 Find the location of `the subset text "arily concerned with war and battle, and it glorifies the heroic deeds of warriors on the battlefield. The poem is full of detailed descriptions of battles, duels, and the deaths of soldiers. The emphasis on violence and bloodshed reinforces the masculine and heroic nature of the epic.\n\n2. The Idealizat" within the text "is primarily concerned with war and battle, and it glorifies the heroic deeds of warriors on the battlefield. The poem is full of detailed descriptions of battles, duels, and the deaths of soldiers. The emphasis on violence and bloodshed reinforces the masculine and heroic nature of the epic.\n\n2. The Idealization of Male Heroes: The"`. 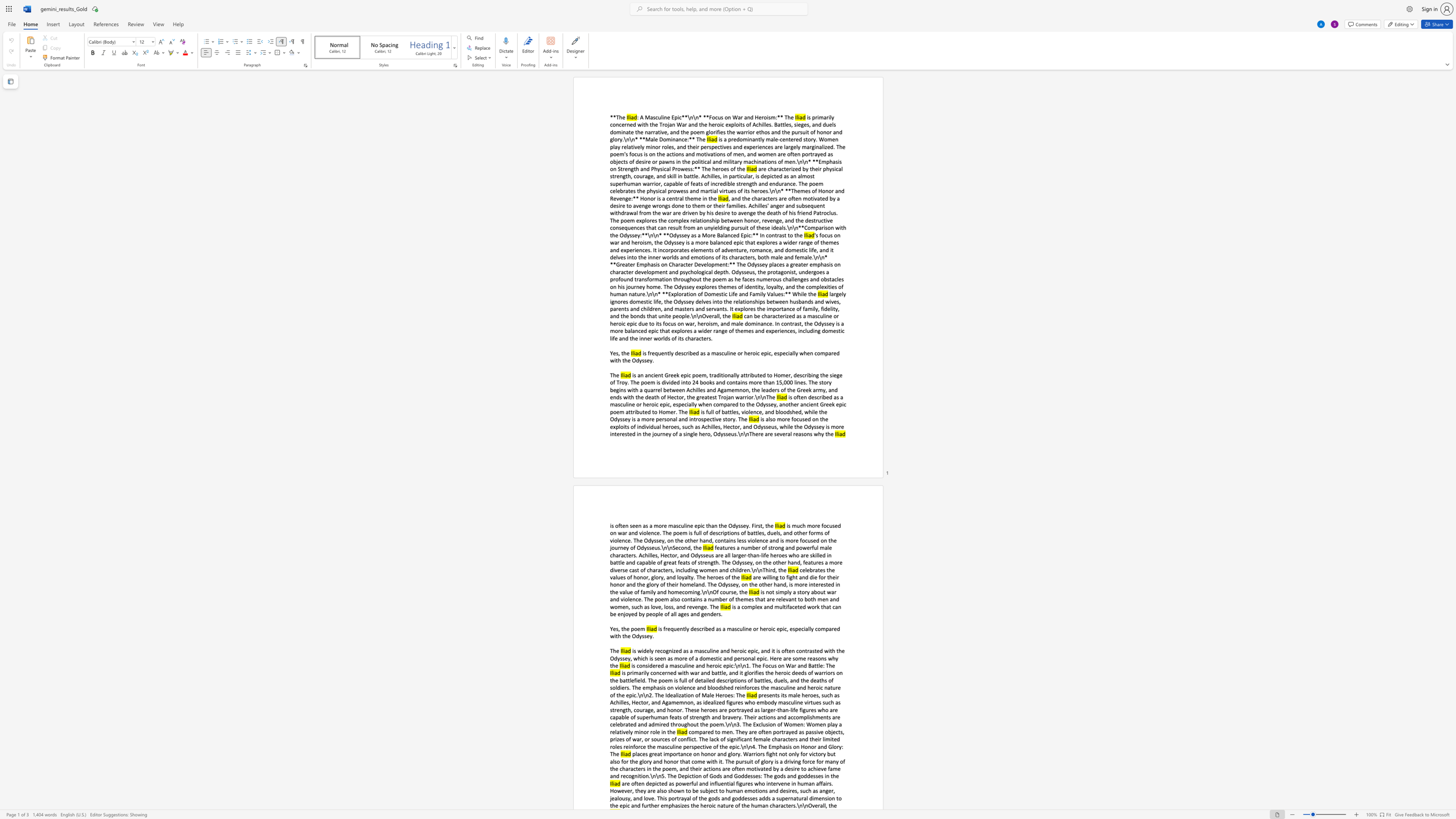

the subset text "arily concerned with war and battle, and it glorifies the heroic deeds of warriors on the battlefield. The poem is full of detailed descriptions of battles, duels, and the deaths of soldiers. The emphasis on violence and bloodshed reinforces the masculine and heroic nature of the epic.\n\n2. The Idealizat" within the text "is primarily concerned with war and battle, and it glorifies the heroic deeds of warriors on the battlefield. The poem is full of detailed descriptions of battles, duels, and the deaths of soldiers. The emphasis on violence and bloodshed reinforces the masculine and heroic nature of the epic.\n\n2. The Idealization of Male Heroes: The" is located at coordinates (638, 672).